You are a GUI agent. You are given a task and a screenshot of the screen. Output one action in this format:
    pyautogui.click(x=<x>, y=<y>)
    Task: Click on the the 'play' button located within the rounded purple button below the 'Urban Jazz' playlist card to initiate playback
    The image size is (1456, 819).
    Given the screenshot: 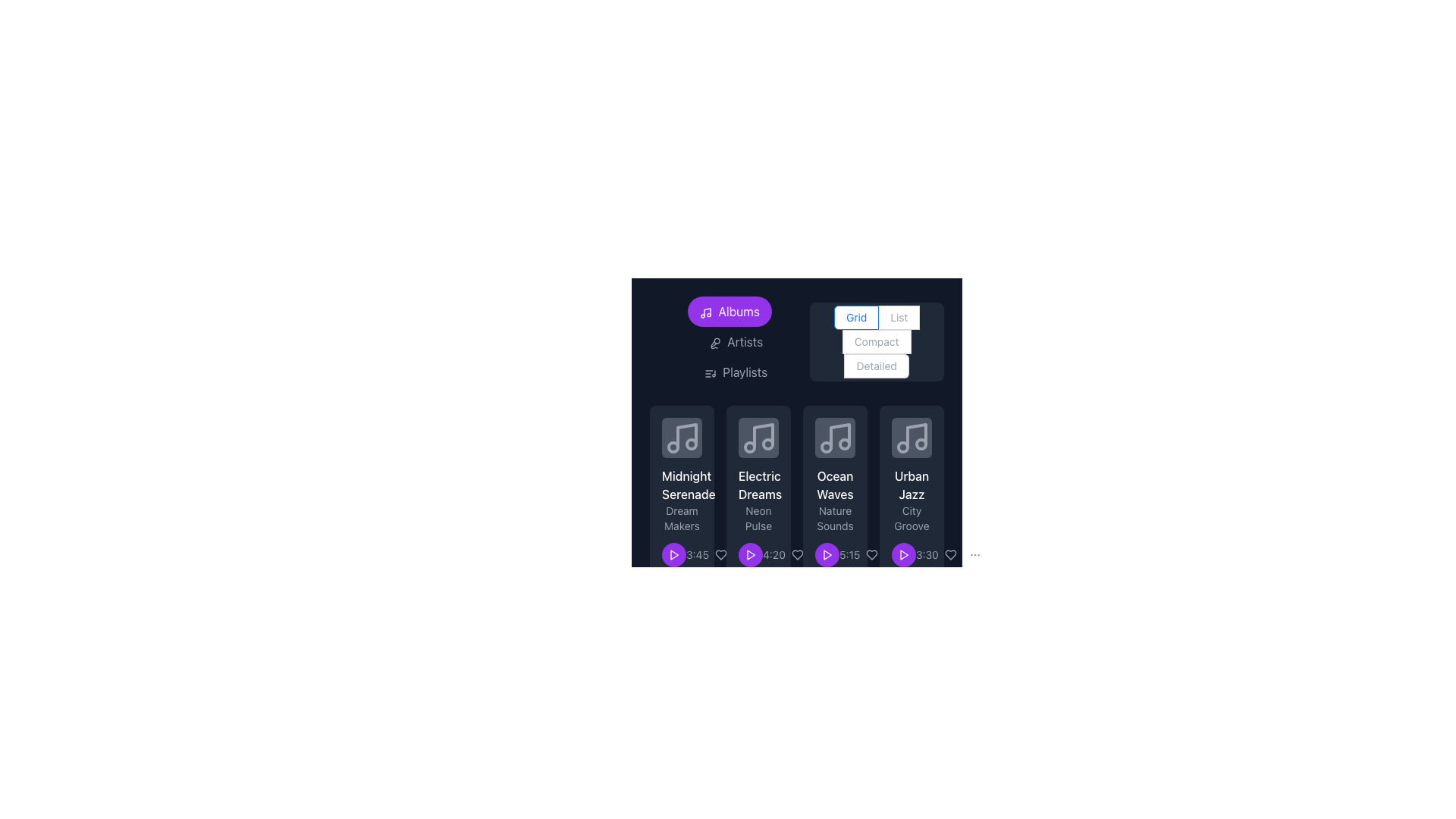 What is the action you would take?
    pyautogui.click(x=903, y=555)
    